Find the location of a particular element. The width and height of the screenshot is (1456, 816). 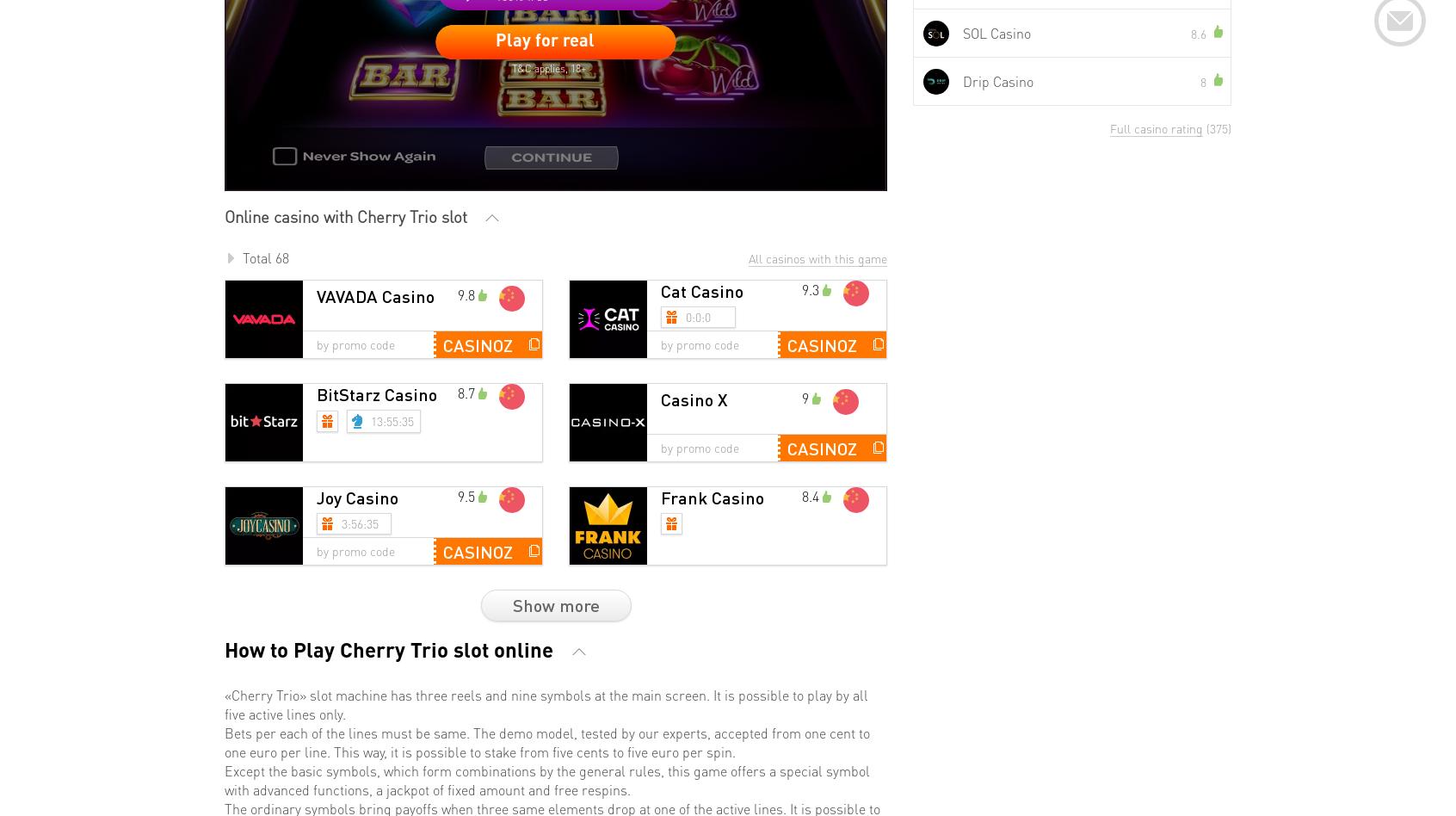

'How to Play Cherry Trio slot online' is located at coordinates (390, 648).